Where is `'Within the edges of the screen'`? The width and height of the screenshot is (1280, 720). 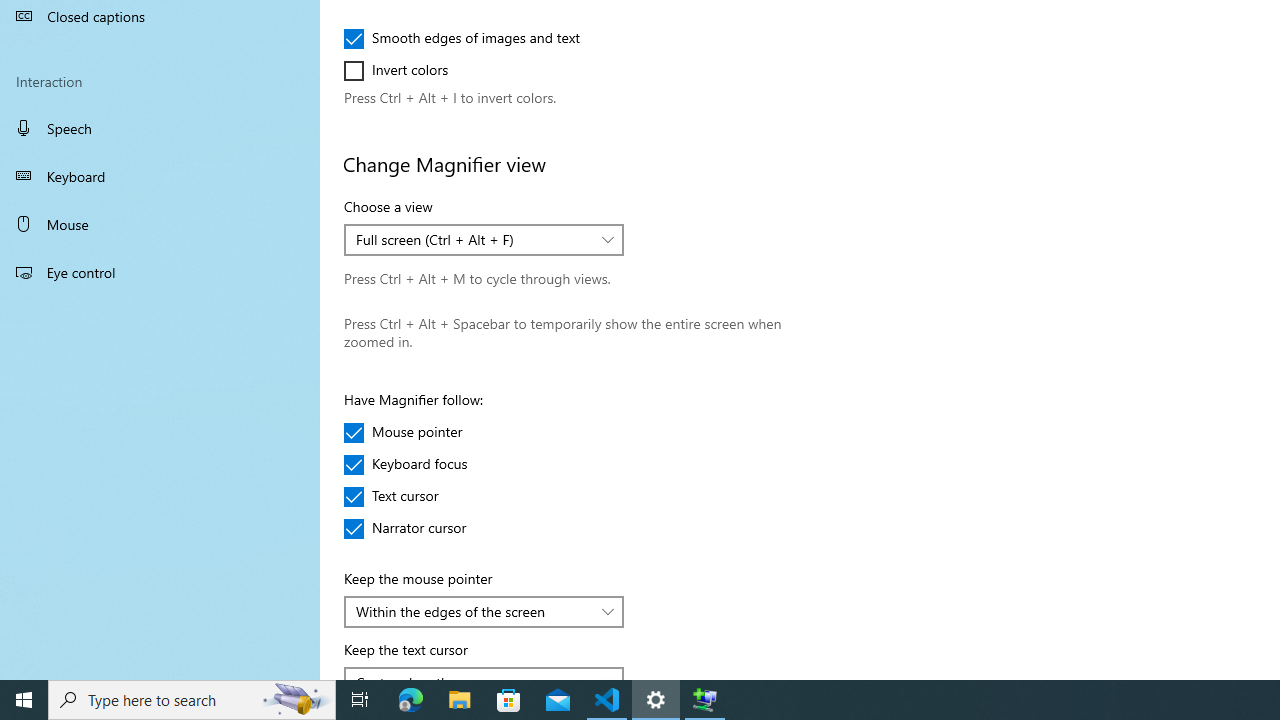
'Within the edges of the screen' is located at coordinates (472, 610).